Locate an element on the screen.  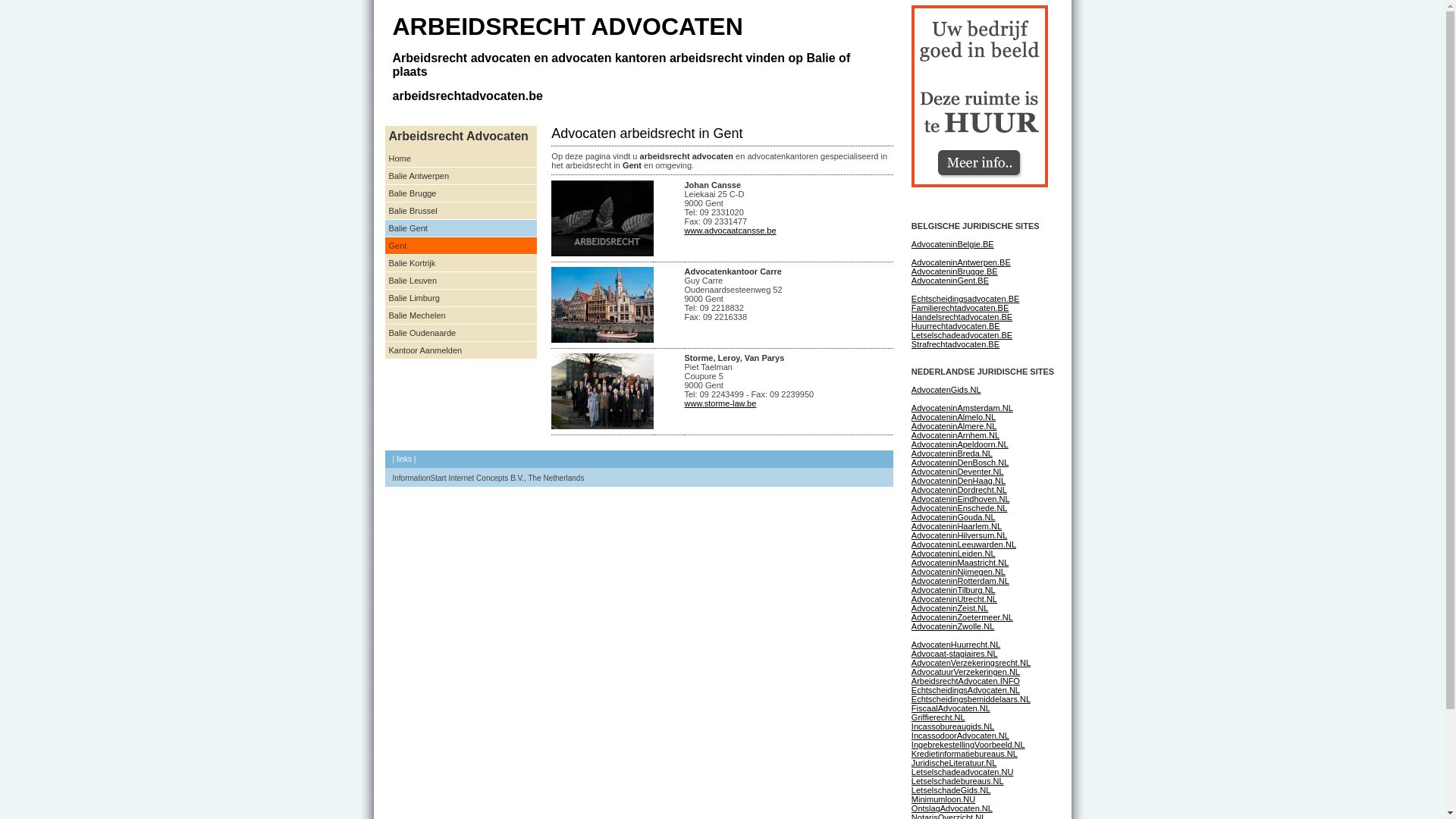
'Strafrechtadvocaten.BE' is located at coordinates (954, 344).